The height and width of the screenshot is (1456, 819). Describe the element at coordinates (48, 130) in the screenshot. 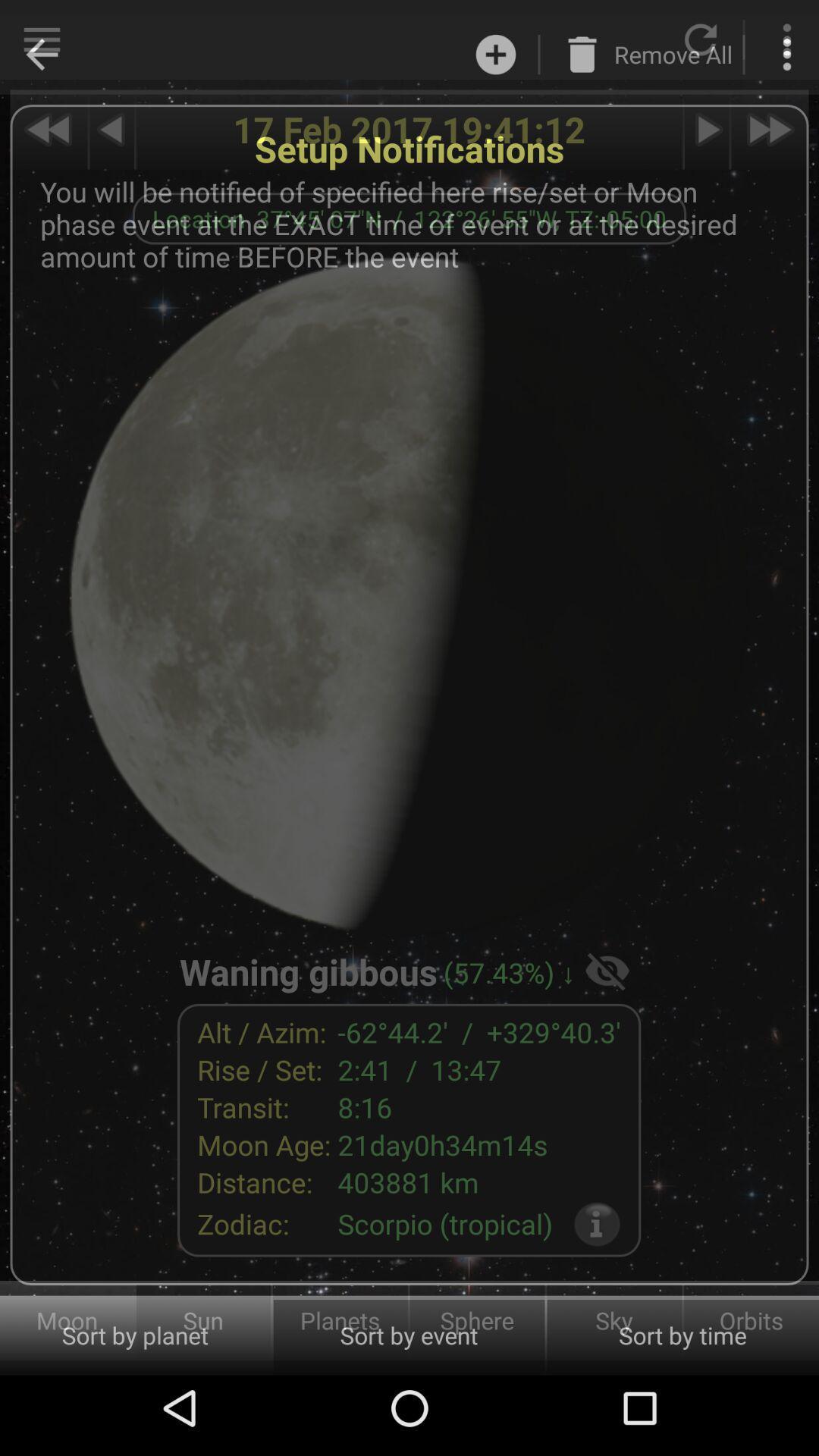

I see `the av_rewind icon` at that location.